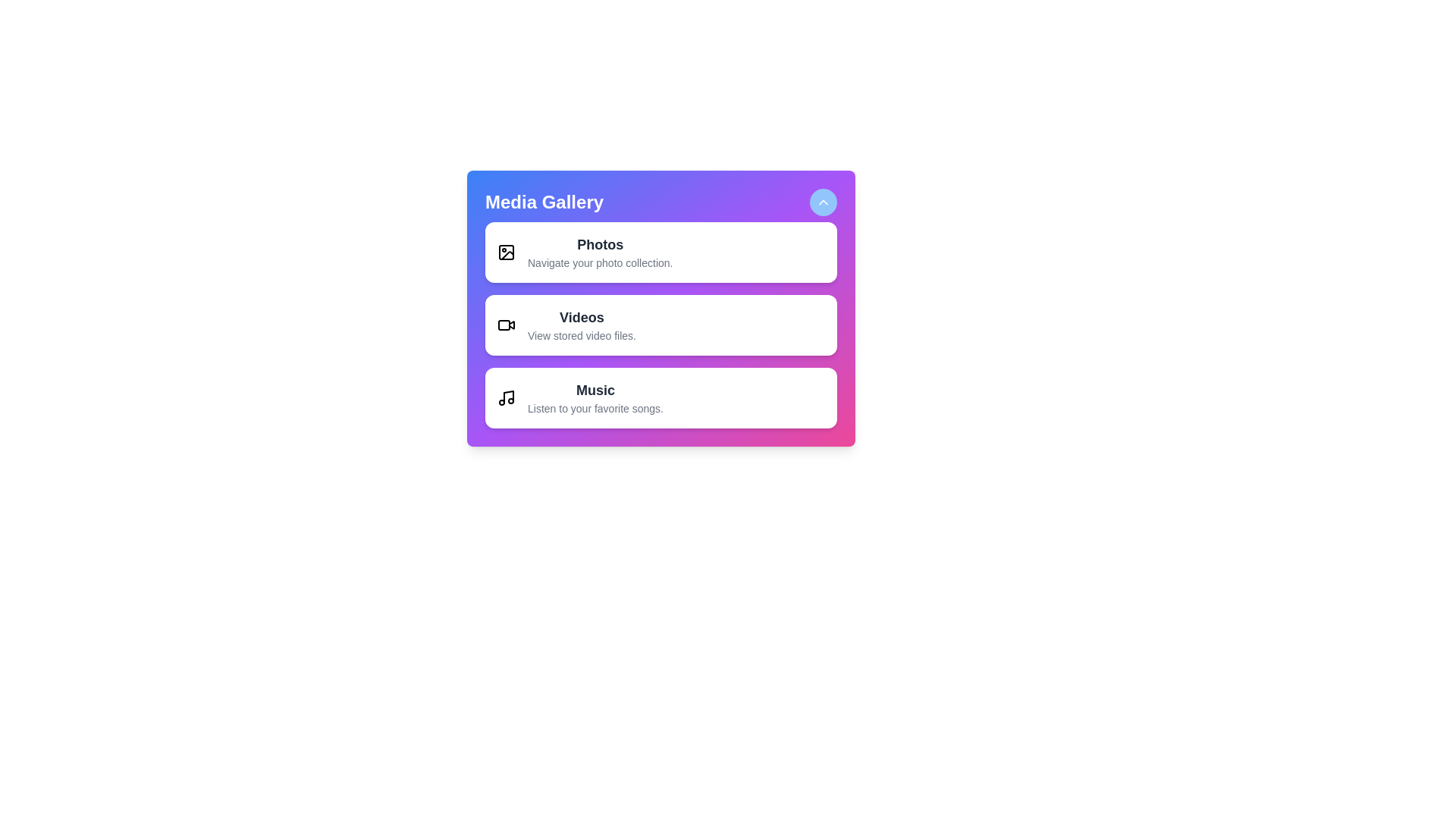 This screenshot has width=1456, height=819. Describe the element at coordinates (661, 251) in the screenshot. I see `the media type Photos from the list` at that location.